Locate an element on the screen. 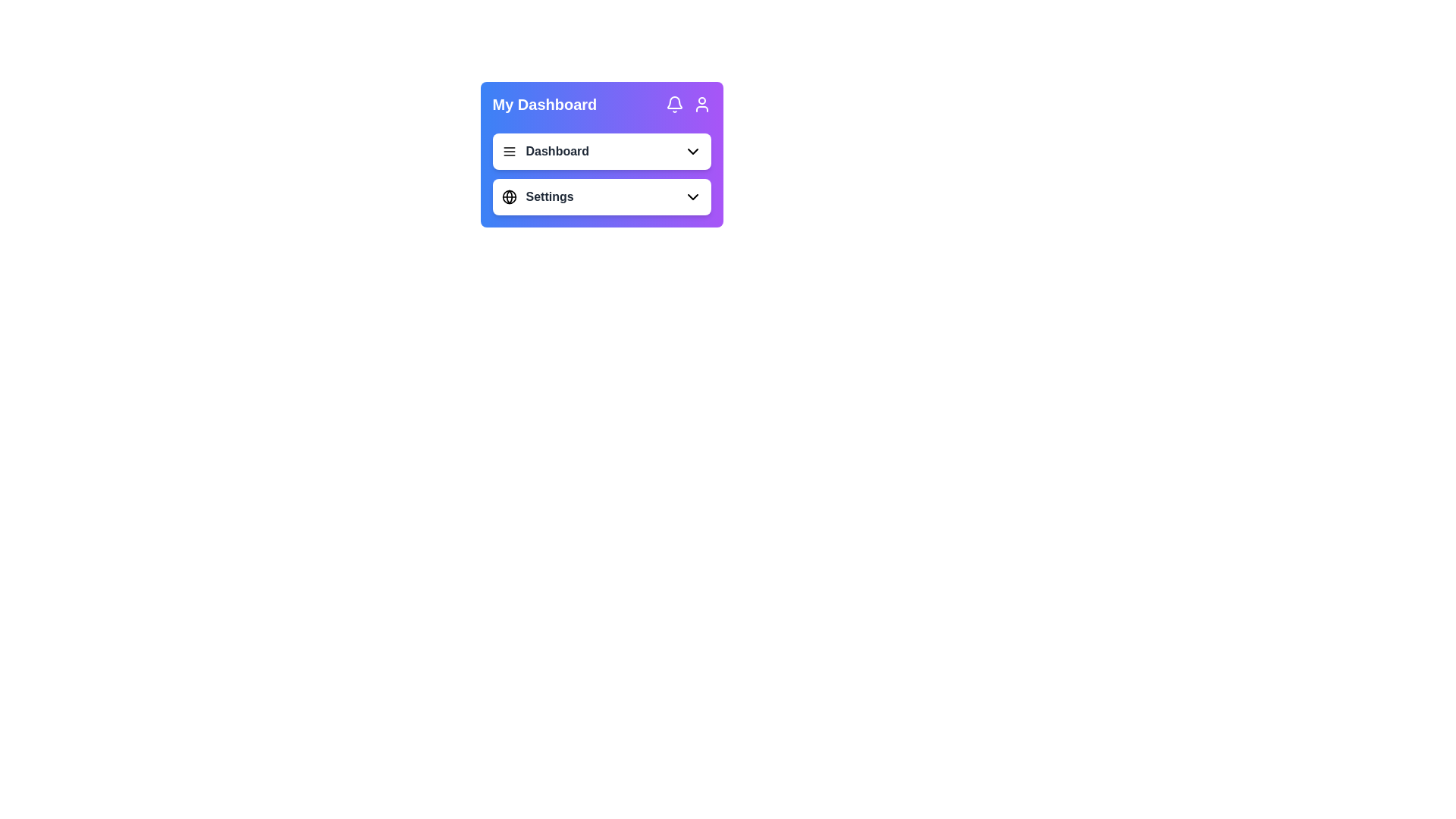  the 'Dashboard' dropdown menu item located is located at coordinates (545, 152).